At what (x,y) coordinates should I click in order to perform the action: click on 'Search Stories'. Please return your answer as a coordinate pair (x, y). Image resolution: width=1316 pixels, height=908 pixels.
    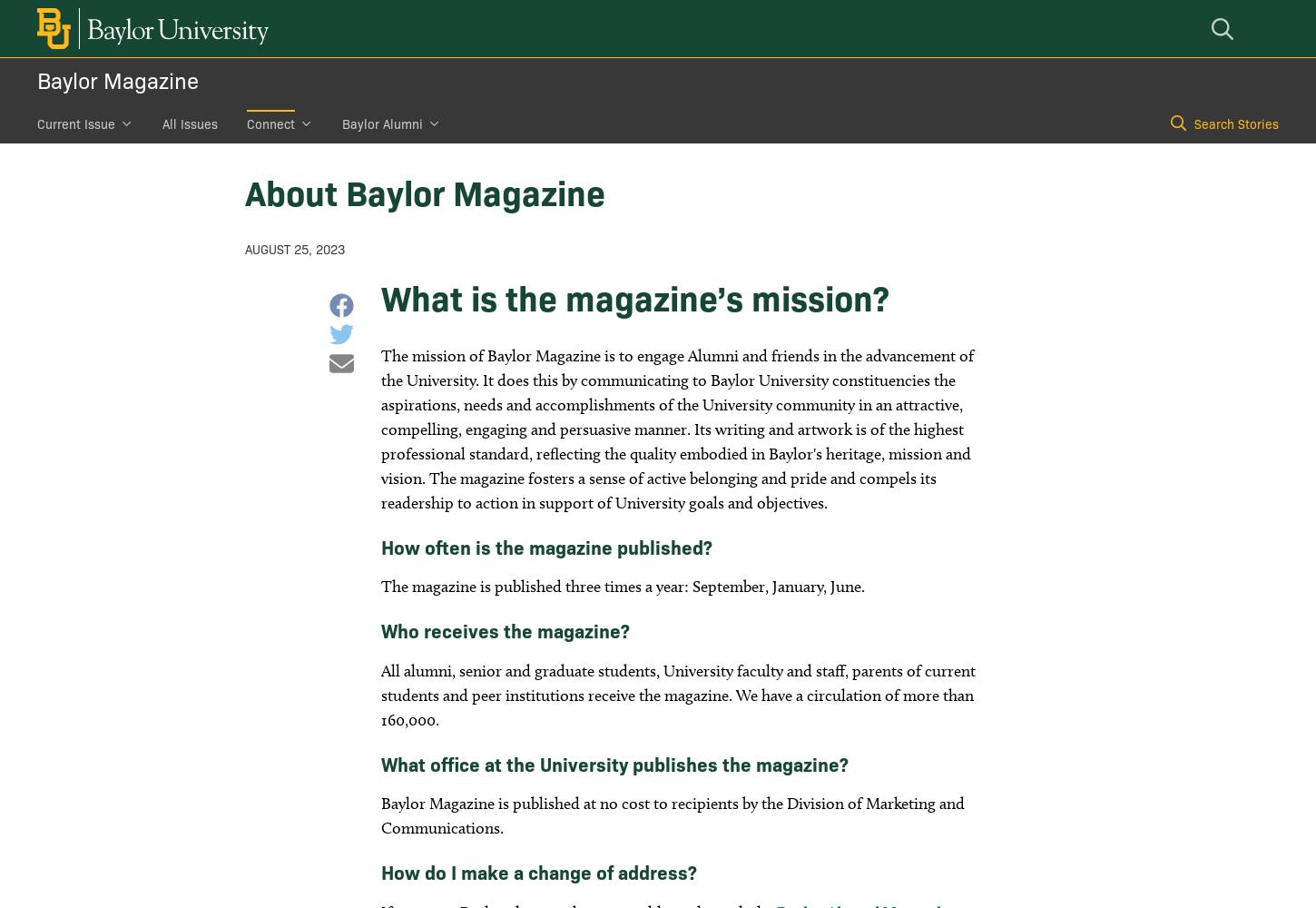
    Looking at the image, I should click on (1235, 123).